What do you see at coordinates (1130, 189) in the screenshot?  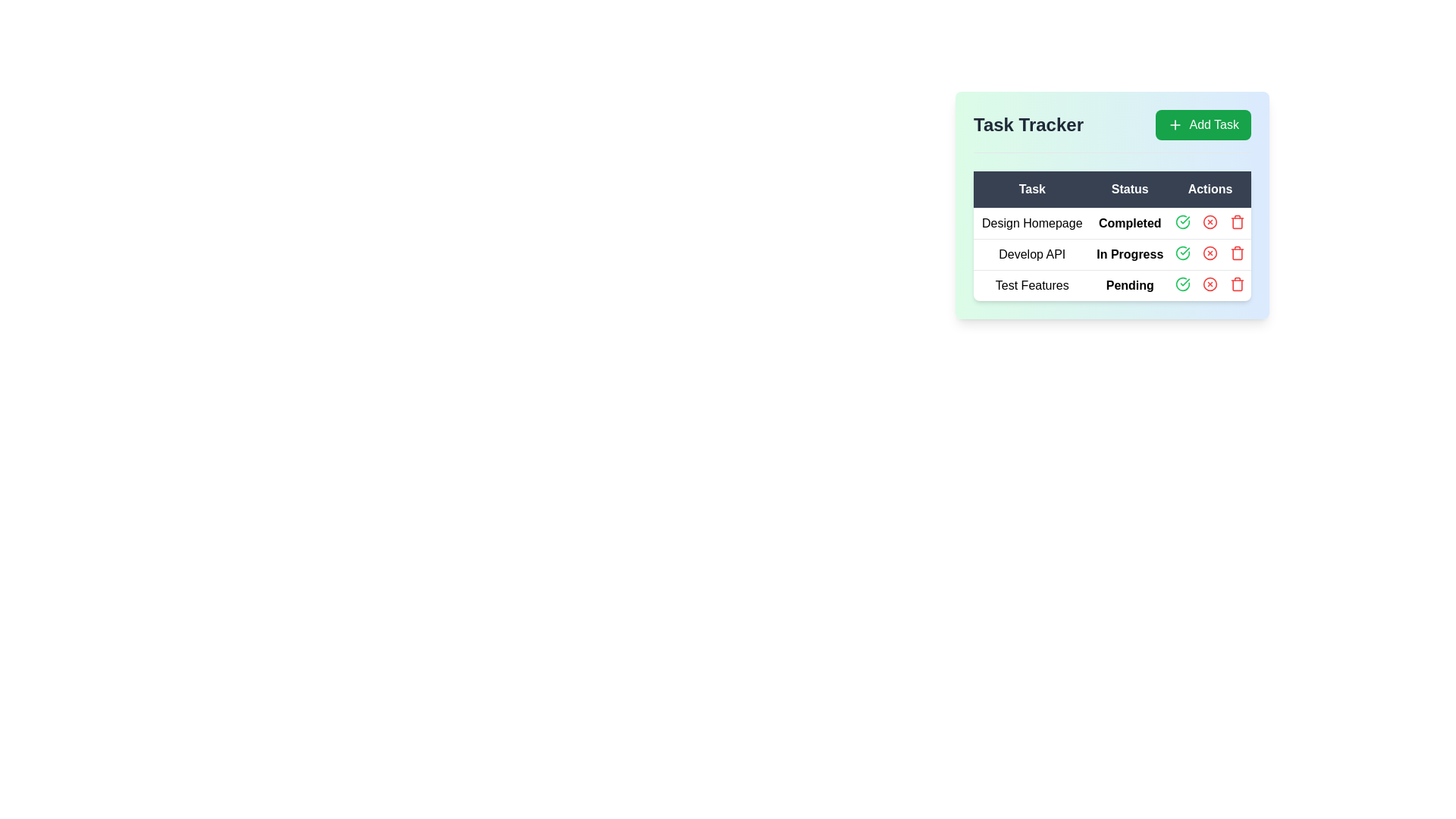 I see `the static text label displaying 'Status' which is centered in a dark-colored rectangular background, located between the 'Task' and 'Actions' elements` at bounding box center [1130, 189].